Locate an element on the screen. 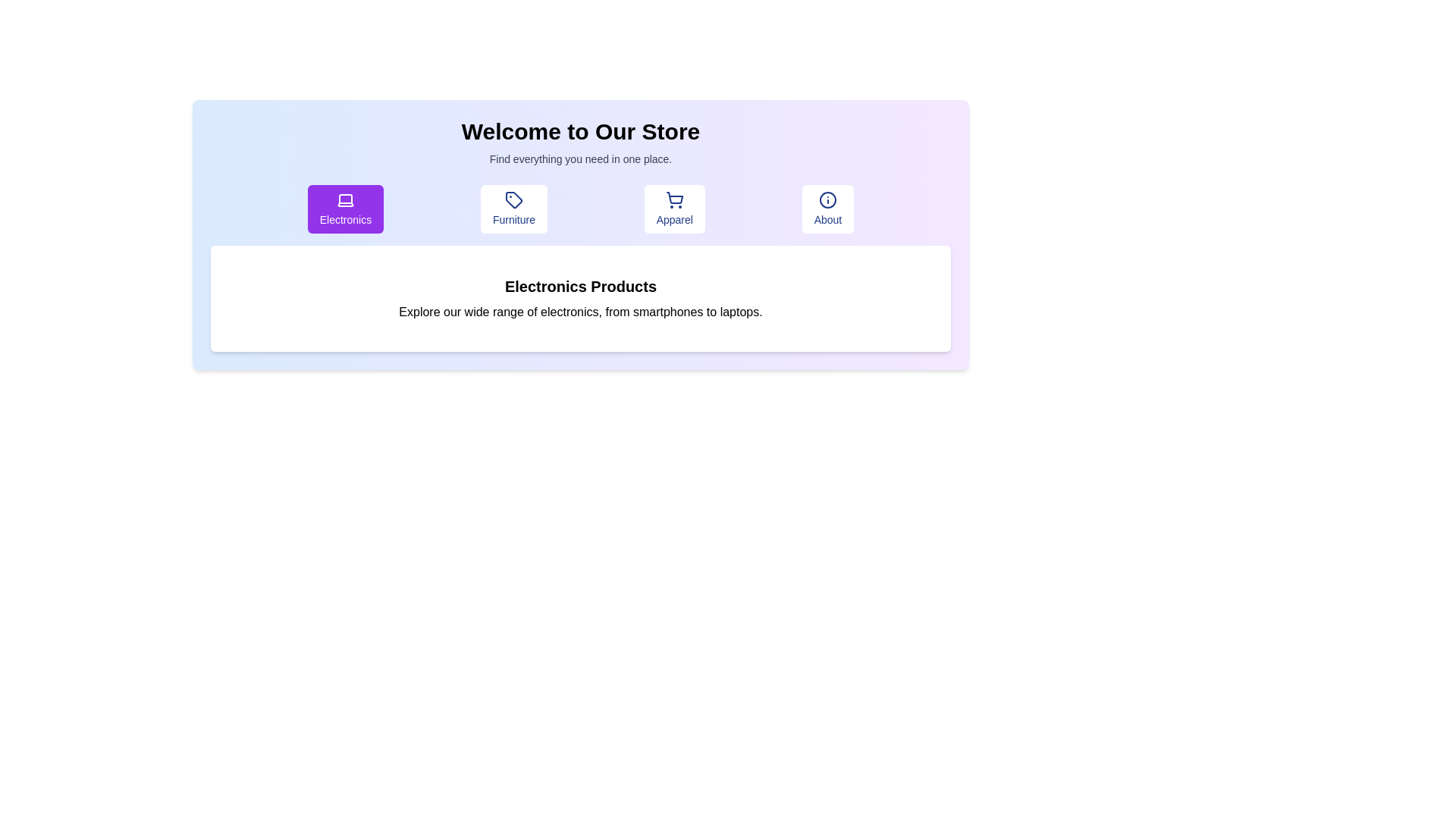  the 'Furniture' button, which has a white background, rounded corners, and a blue tag icon at the top center is located at coordinates (513, 209).